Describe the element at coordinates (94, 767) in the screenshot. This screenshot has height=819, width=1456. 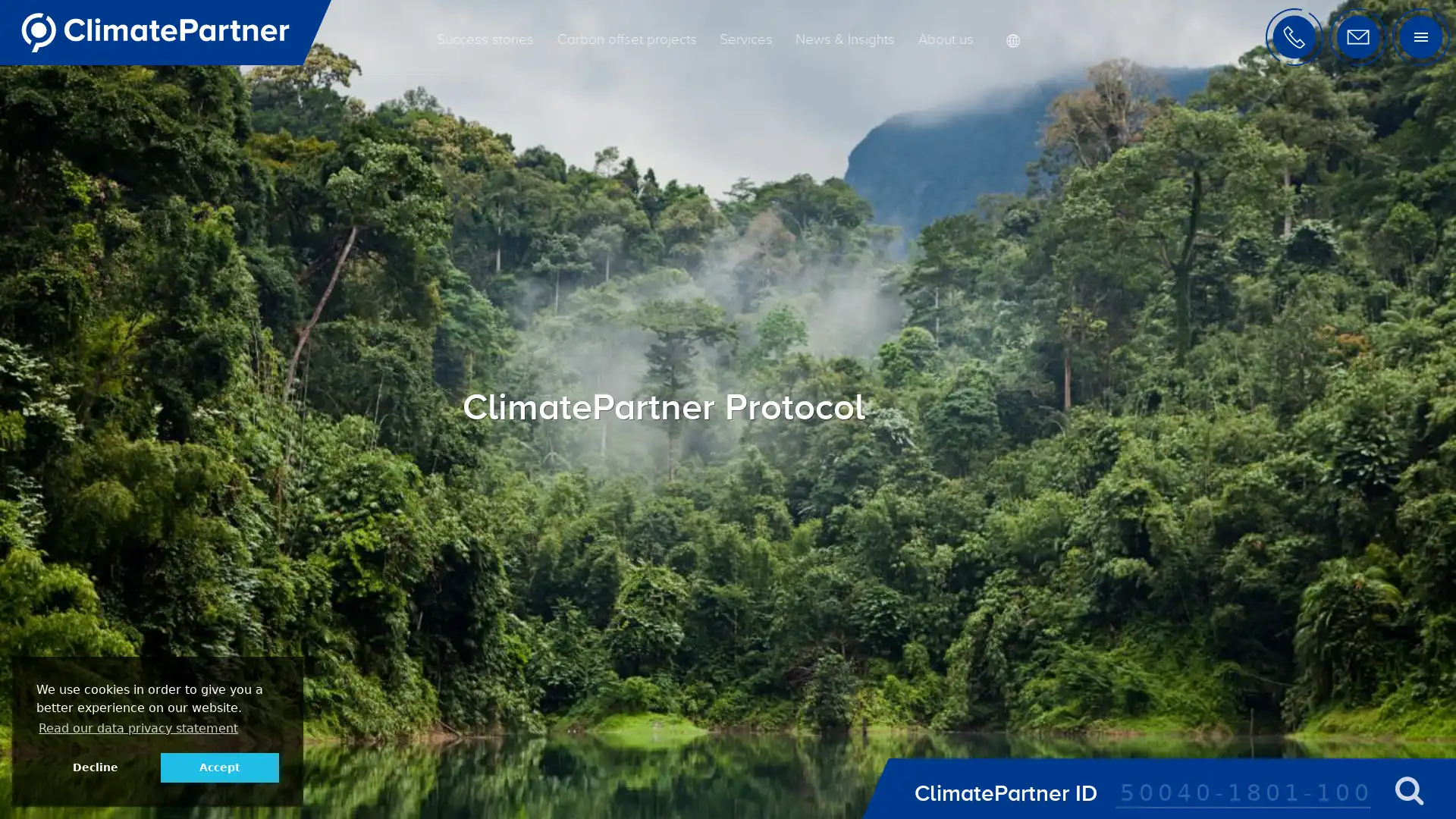
I see `deny cookies` at that location.